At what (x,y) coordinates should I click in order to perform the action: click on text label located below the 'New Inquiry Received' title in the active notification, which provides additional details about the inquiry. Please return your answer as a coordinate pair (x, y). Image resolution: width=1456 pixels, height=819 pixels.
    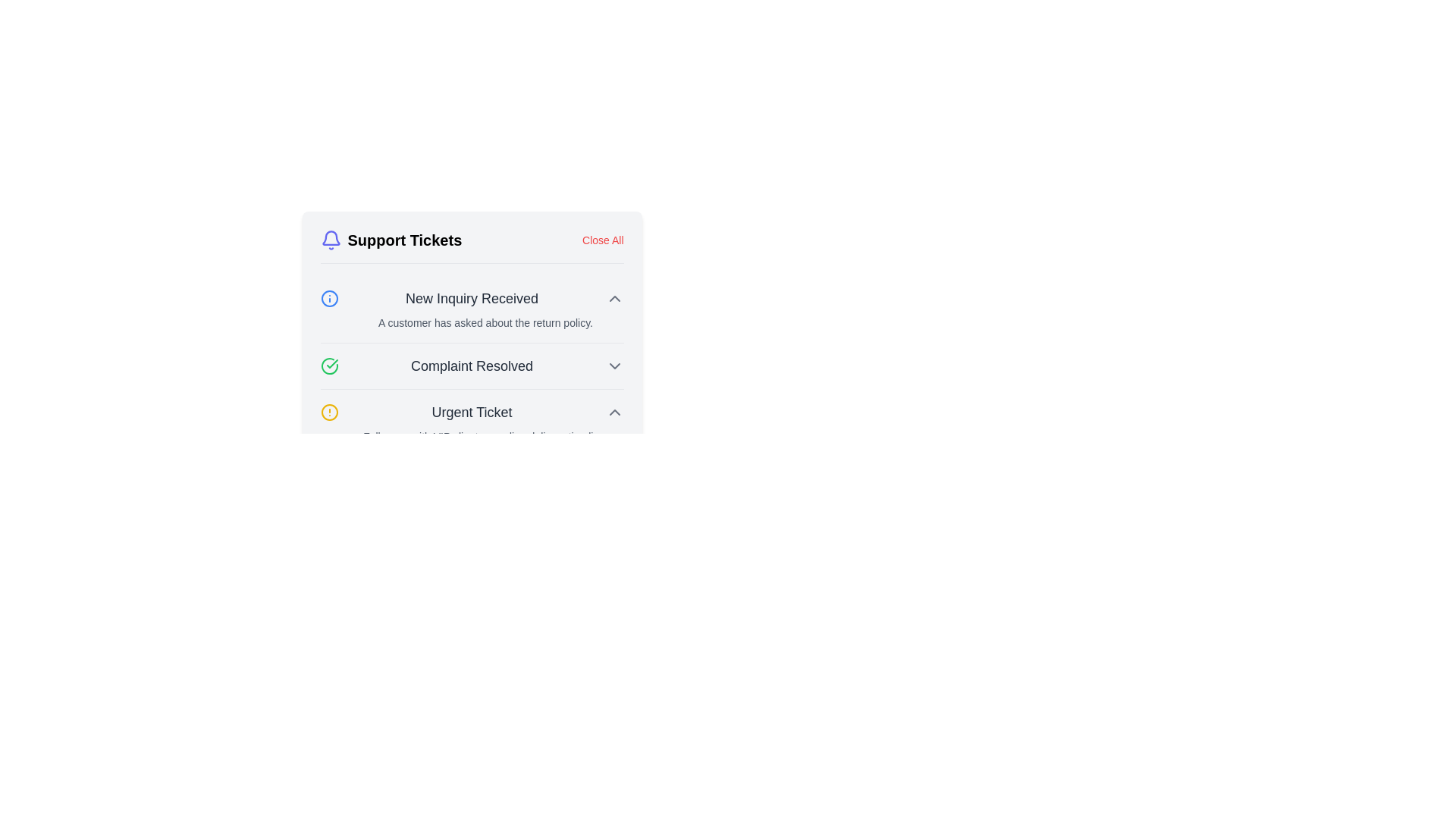
    Looking at the image, I should click on (485, 322).